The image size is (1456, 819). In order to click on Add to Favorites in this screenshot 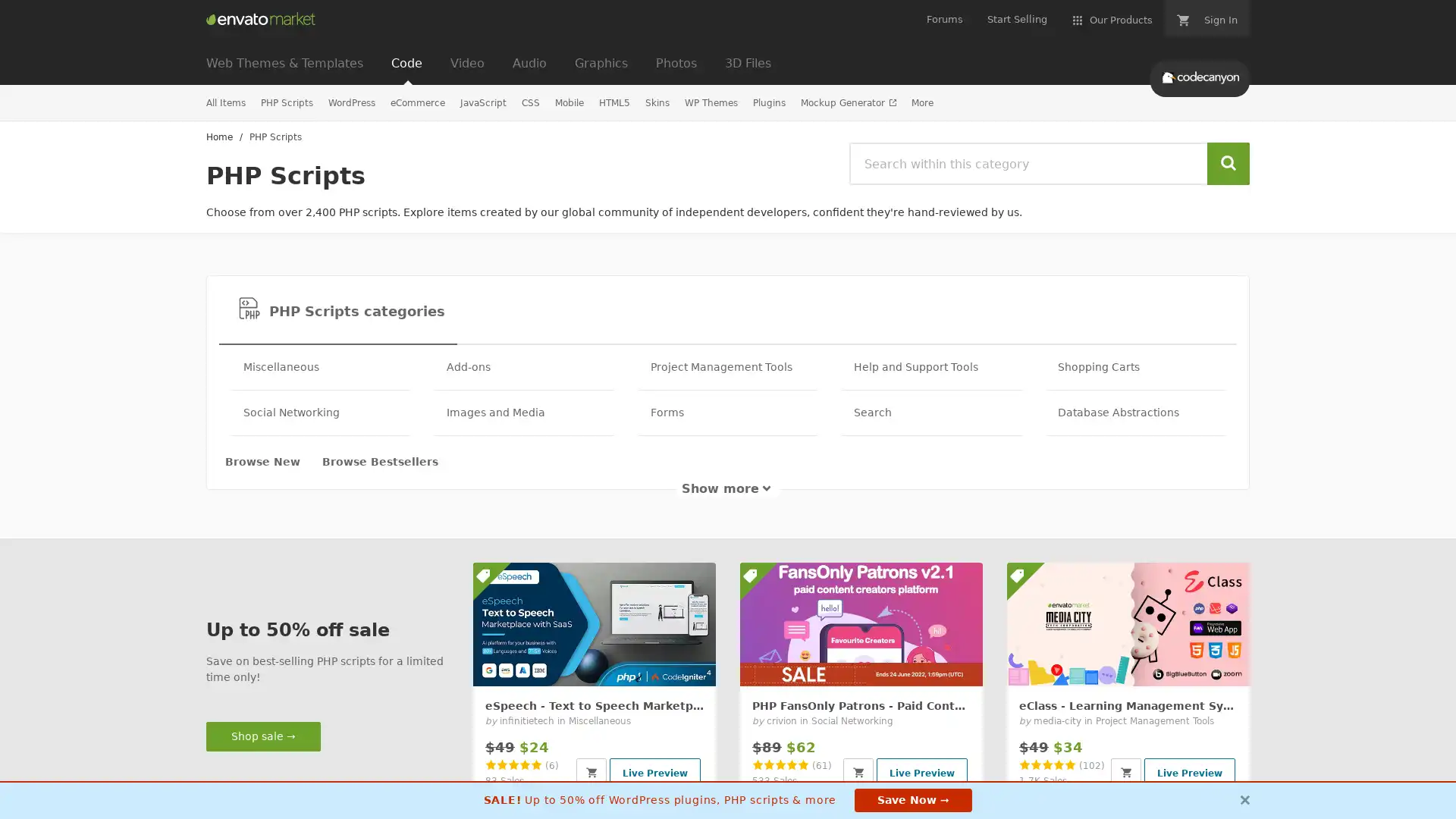, I will do `click(695, 664)`.